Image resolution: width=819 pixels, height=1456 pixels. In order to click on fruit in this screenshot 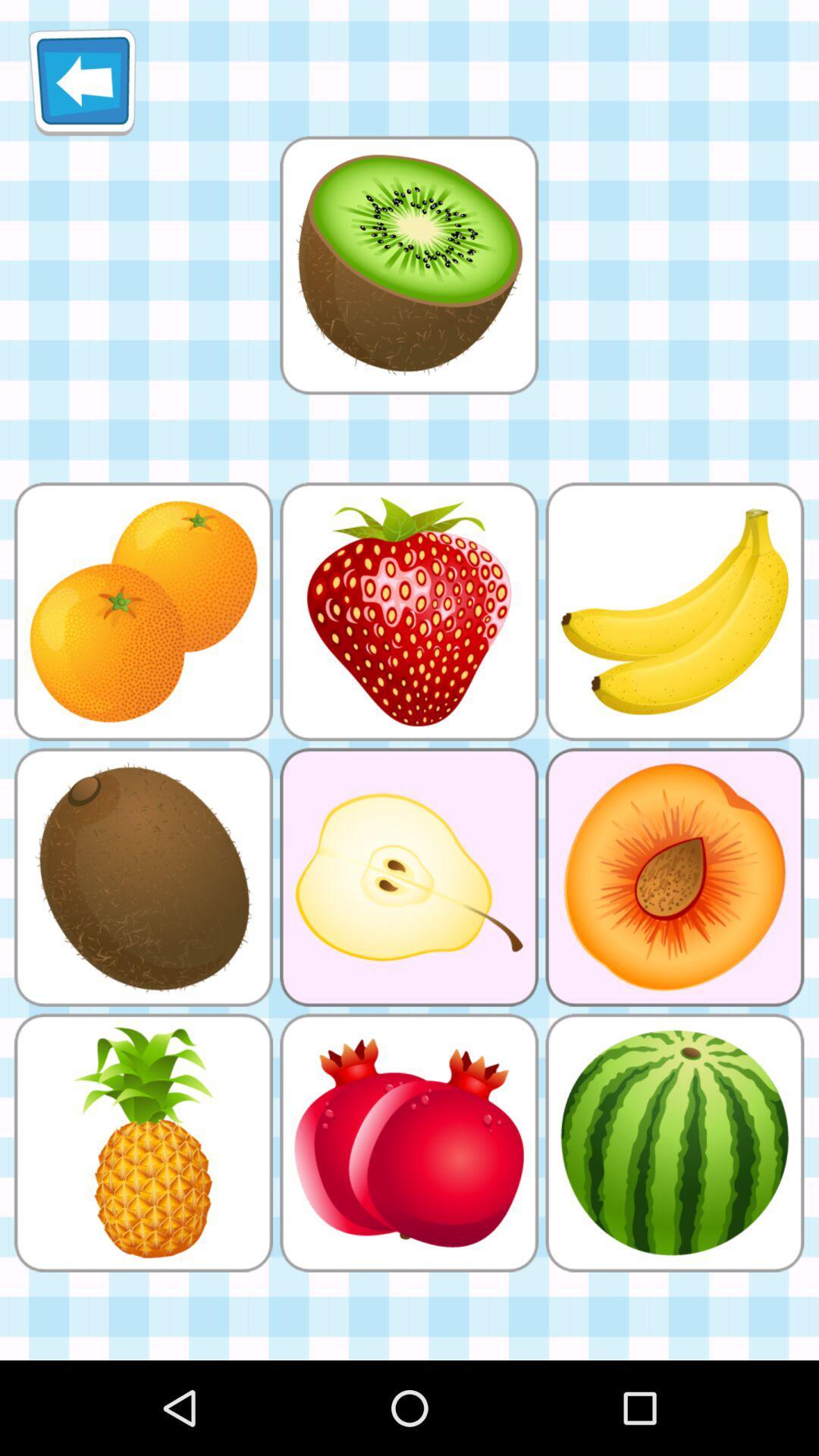, I will do `click(408, 265)`.